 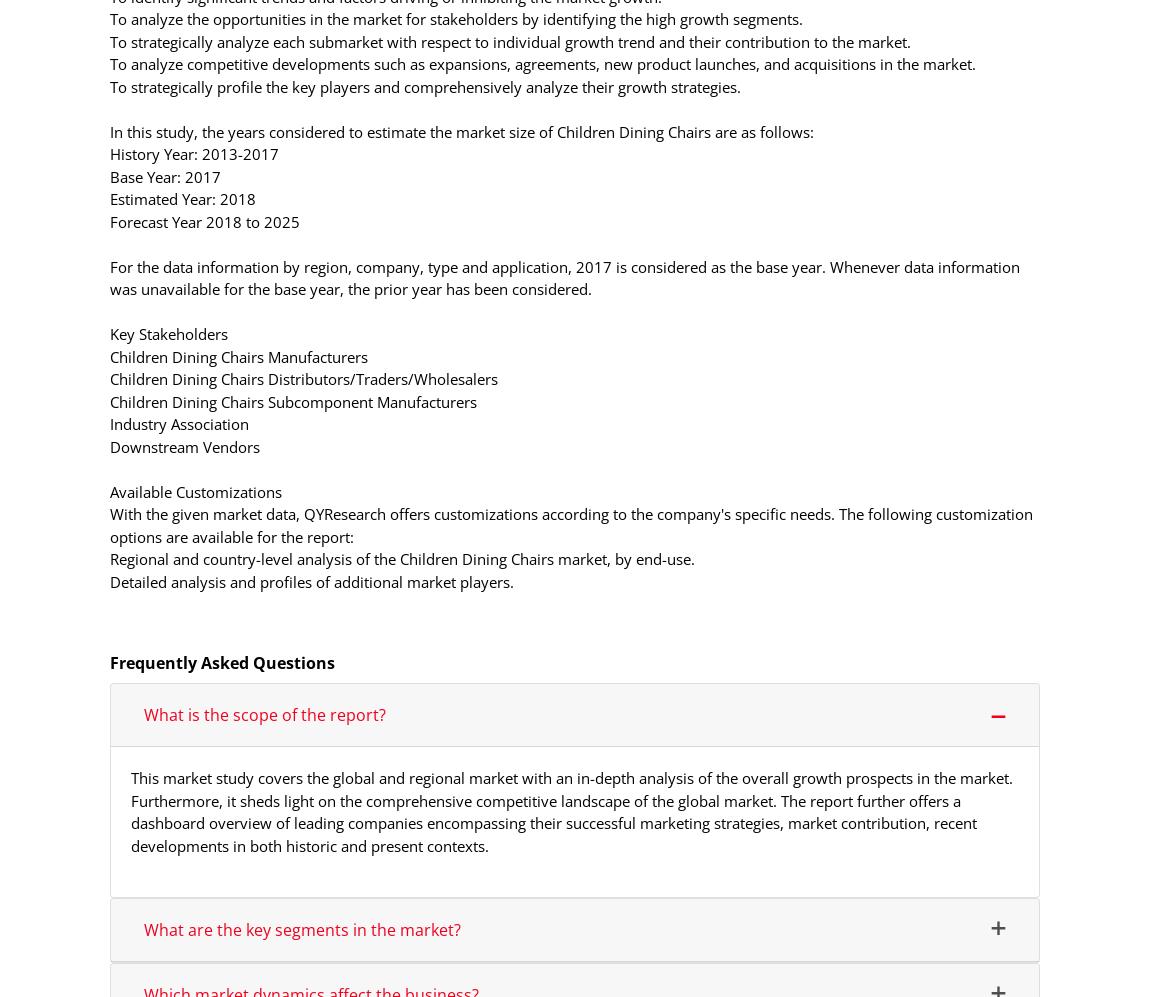 What do you see at coordinates (302, 930) in the screenshot?
I see `'What are the key segments in the market?'` at bounding box center [302, 930].